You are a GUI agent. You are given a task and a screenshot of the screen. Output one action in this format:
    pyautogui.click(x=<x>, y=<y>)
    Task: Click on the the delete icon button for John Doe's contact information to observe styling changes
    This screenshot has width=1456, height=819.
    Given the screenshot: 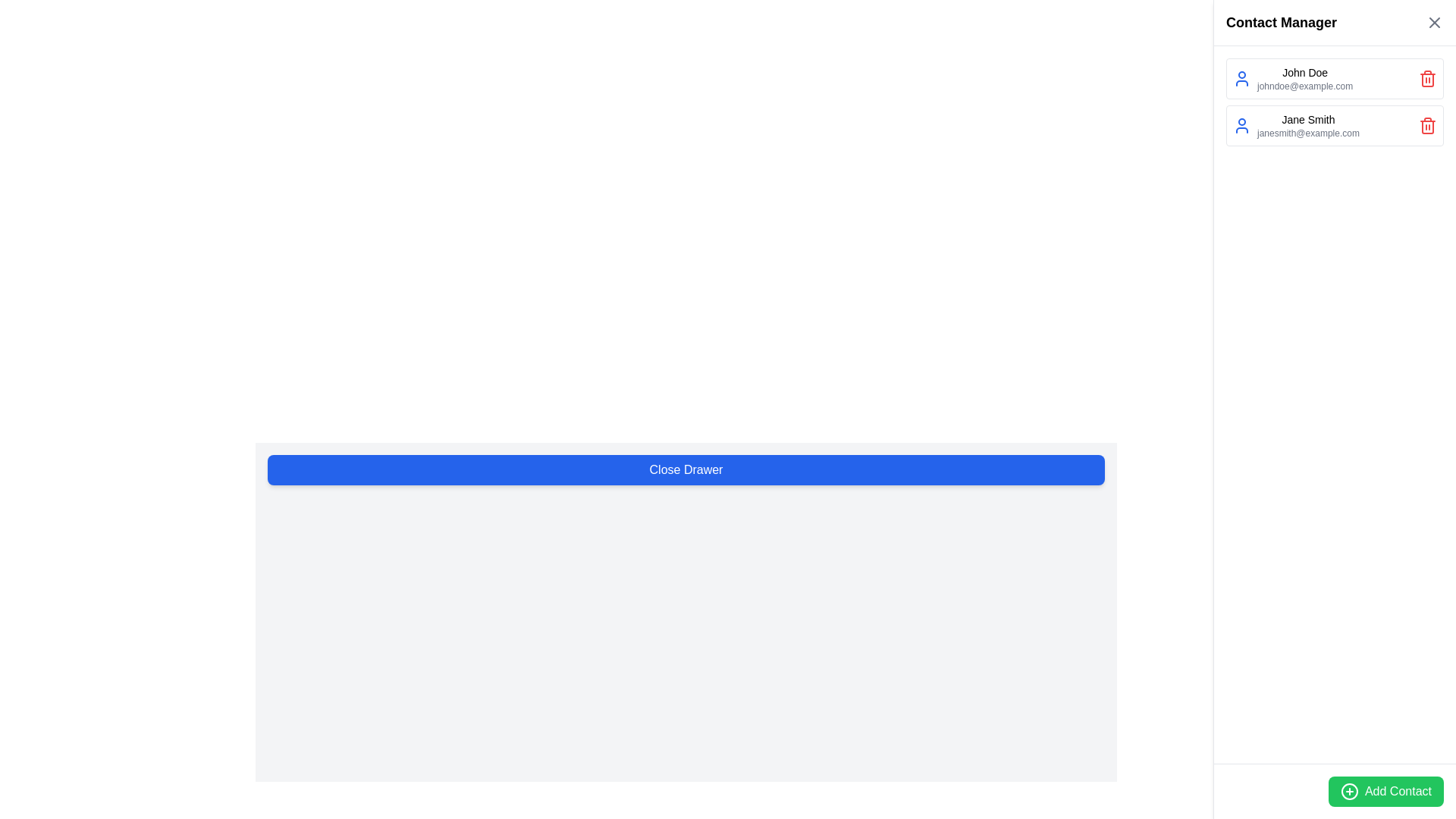 What is the action you would take?
    pyautogui.click(x=1426, y=79)
    